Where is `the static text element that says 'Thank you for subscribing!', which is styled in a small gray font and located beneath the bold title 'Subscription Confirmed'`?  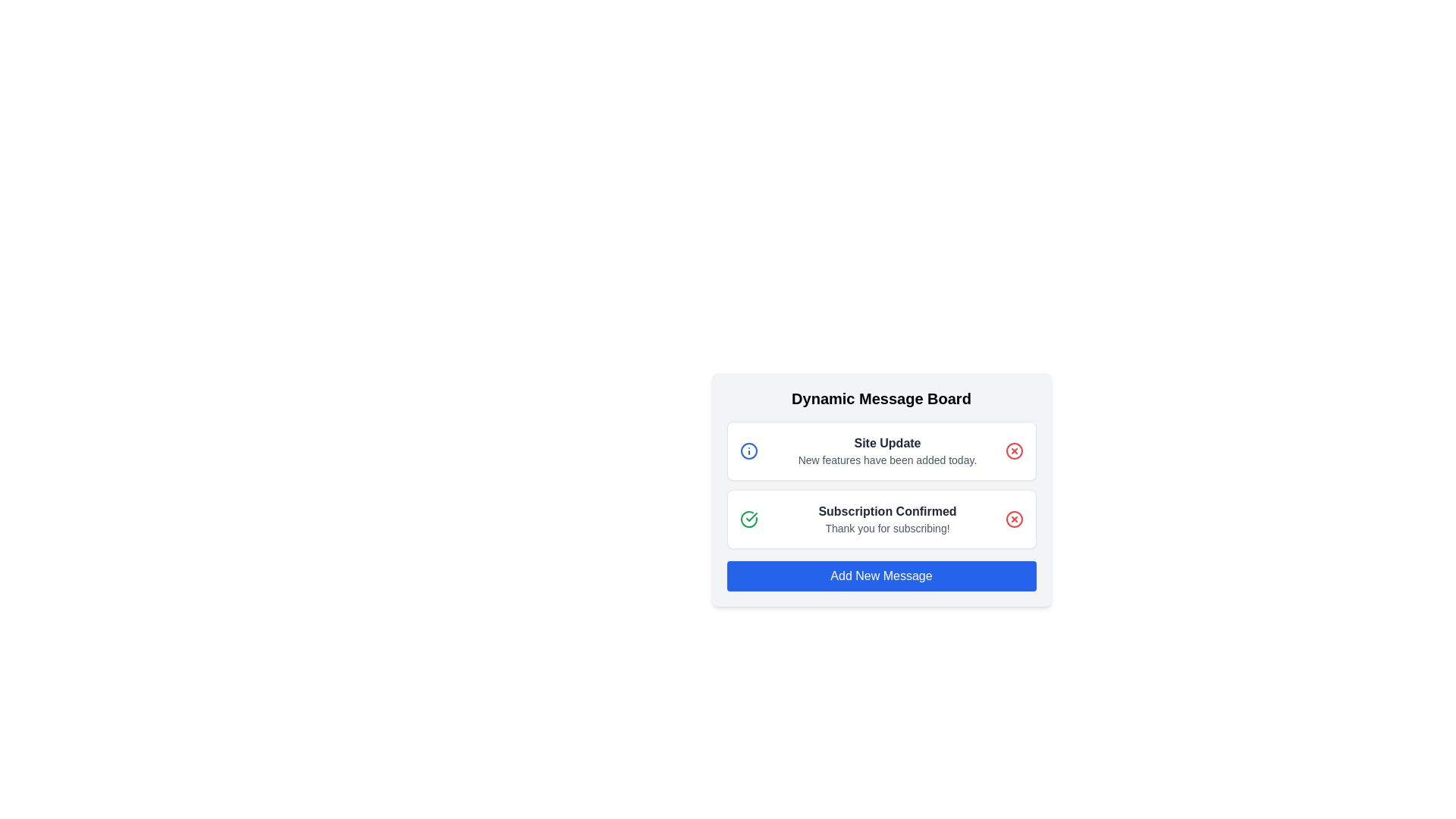
the static text element that says 'Thank you for subscribing!', which is styled in a small gray font and located beneath the bold title 'Subscription Confirmed' is located at coordinates (887, 528).